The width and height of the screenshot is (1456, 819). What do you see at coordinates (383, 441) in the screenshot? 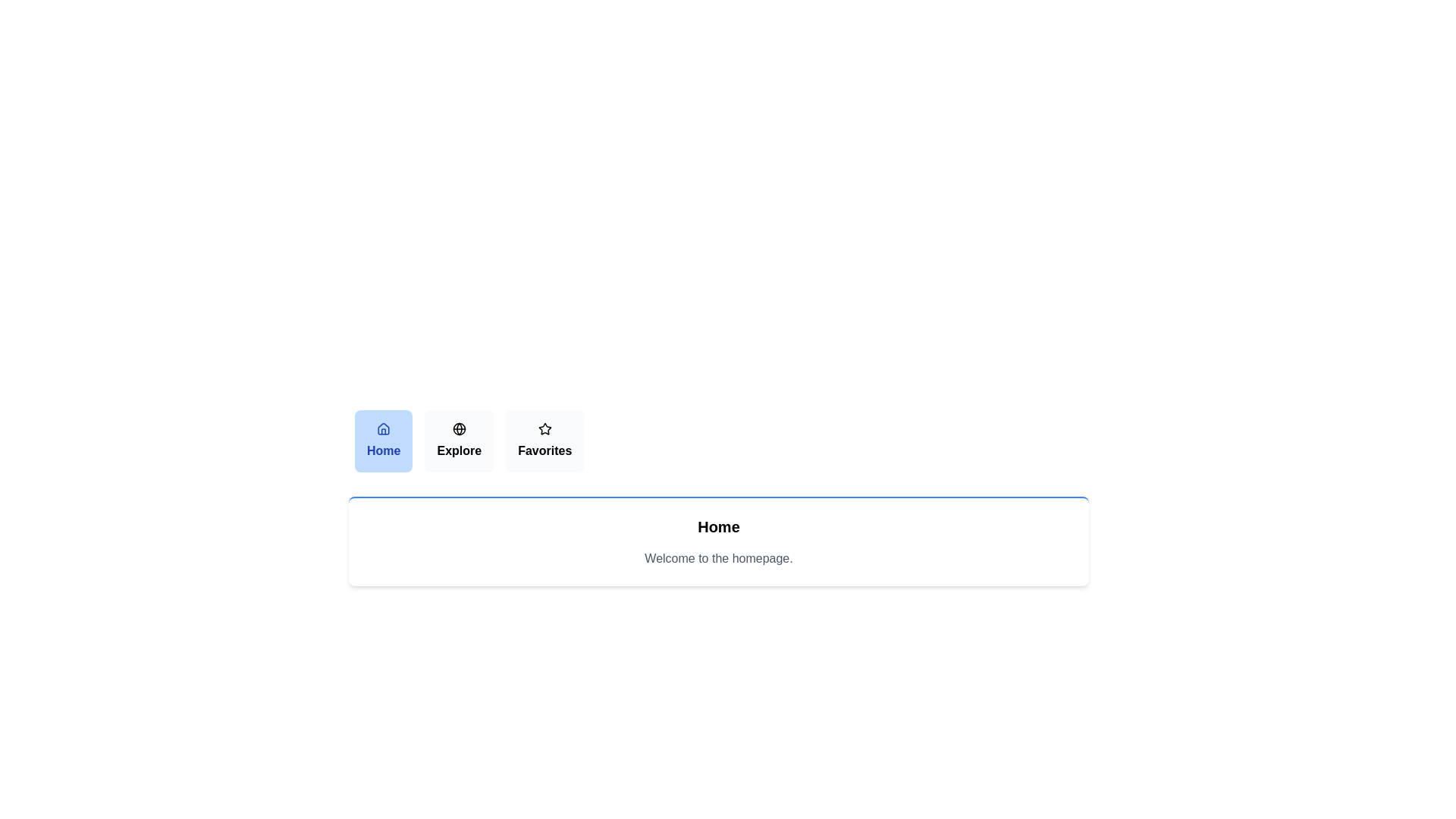
I see `the Home tab by clicking on its button` at bounding box center [383, 441].